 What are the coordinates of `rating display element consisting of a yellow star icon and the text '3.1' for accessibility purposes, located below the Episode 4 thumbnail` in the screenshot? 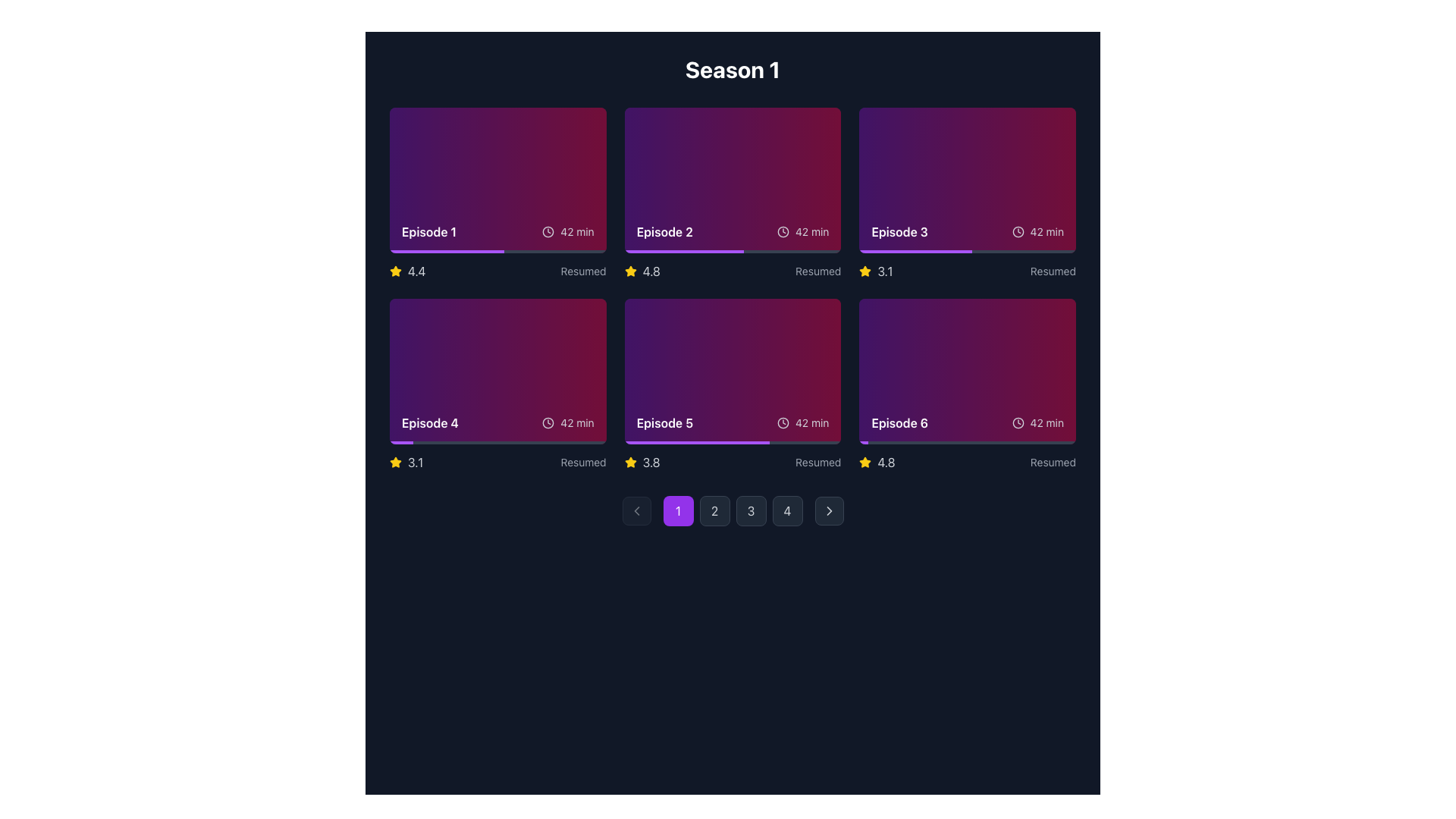 It's located at (406, 461).